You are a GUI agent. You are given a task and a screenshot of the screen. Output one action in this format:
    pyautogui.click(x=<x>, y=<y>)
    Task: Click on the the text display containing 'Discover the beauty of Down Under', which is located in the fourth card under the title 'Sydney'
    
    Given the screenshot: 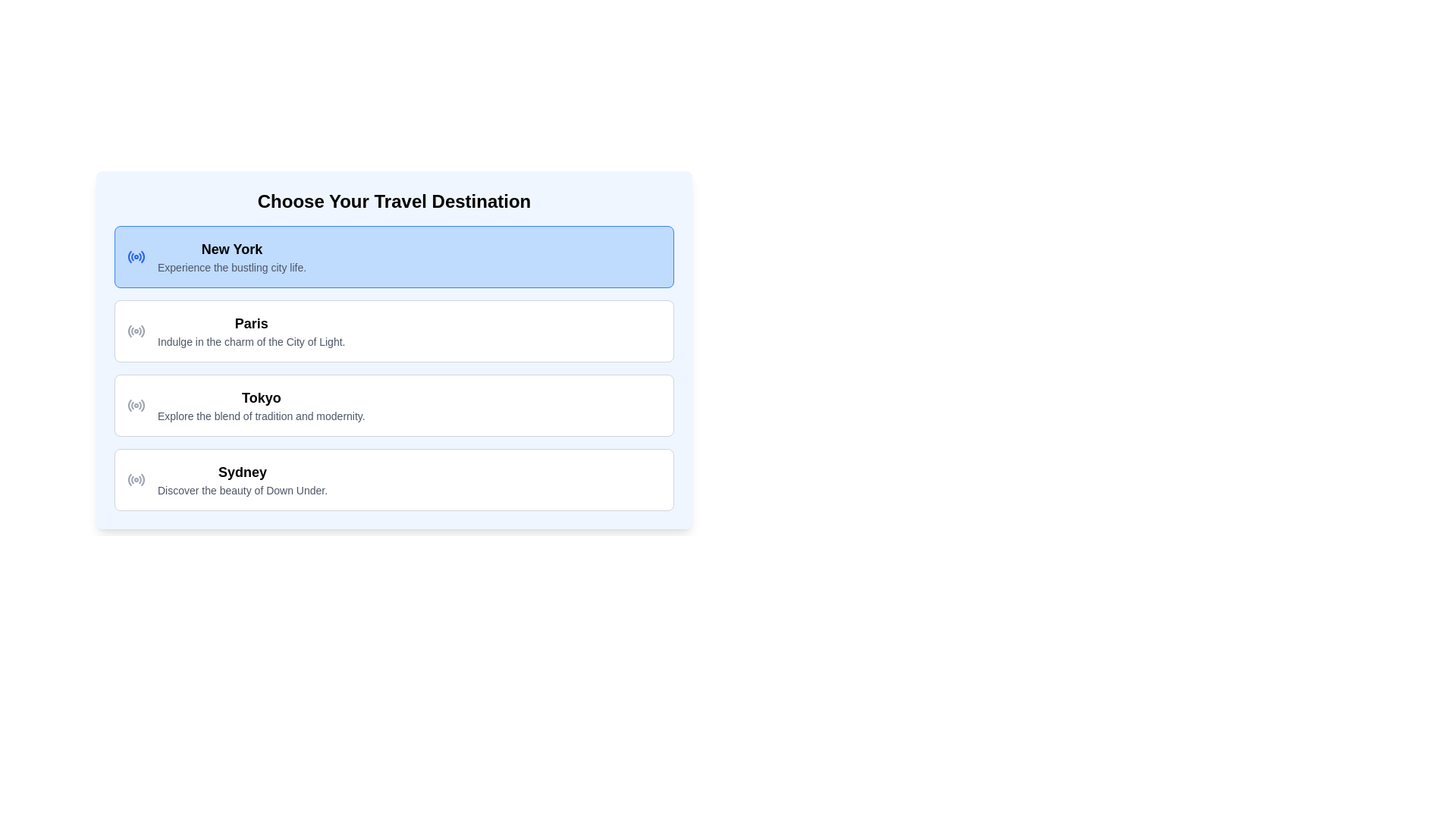 What is the action you would take?
    pyautogui.click(x=243, y=491)
    